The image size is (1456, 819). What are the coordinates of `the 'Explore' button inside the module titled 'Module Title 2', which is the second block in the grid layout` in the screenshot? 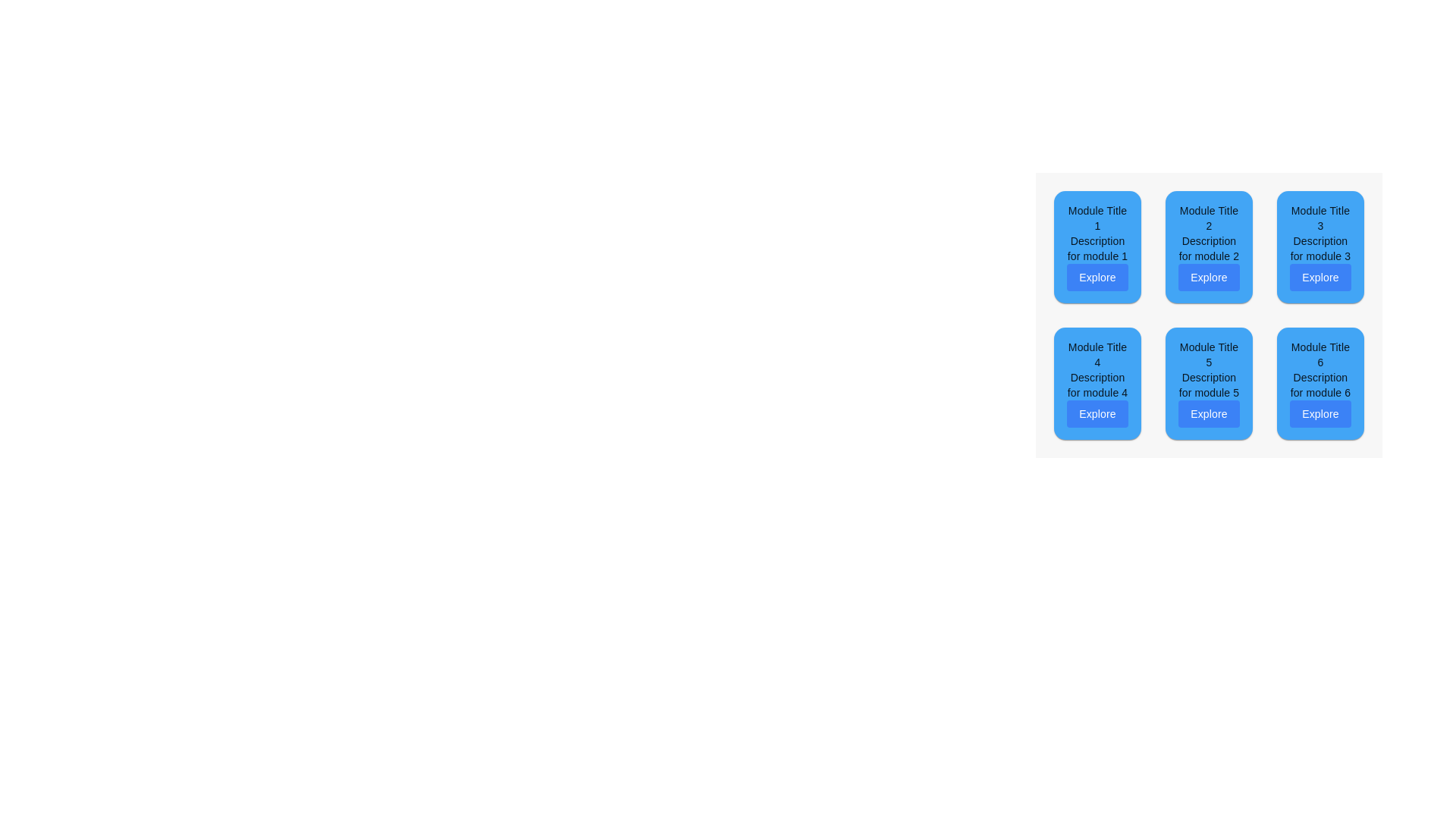 It's located at (1196, 303).